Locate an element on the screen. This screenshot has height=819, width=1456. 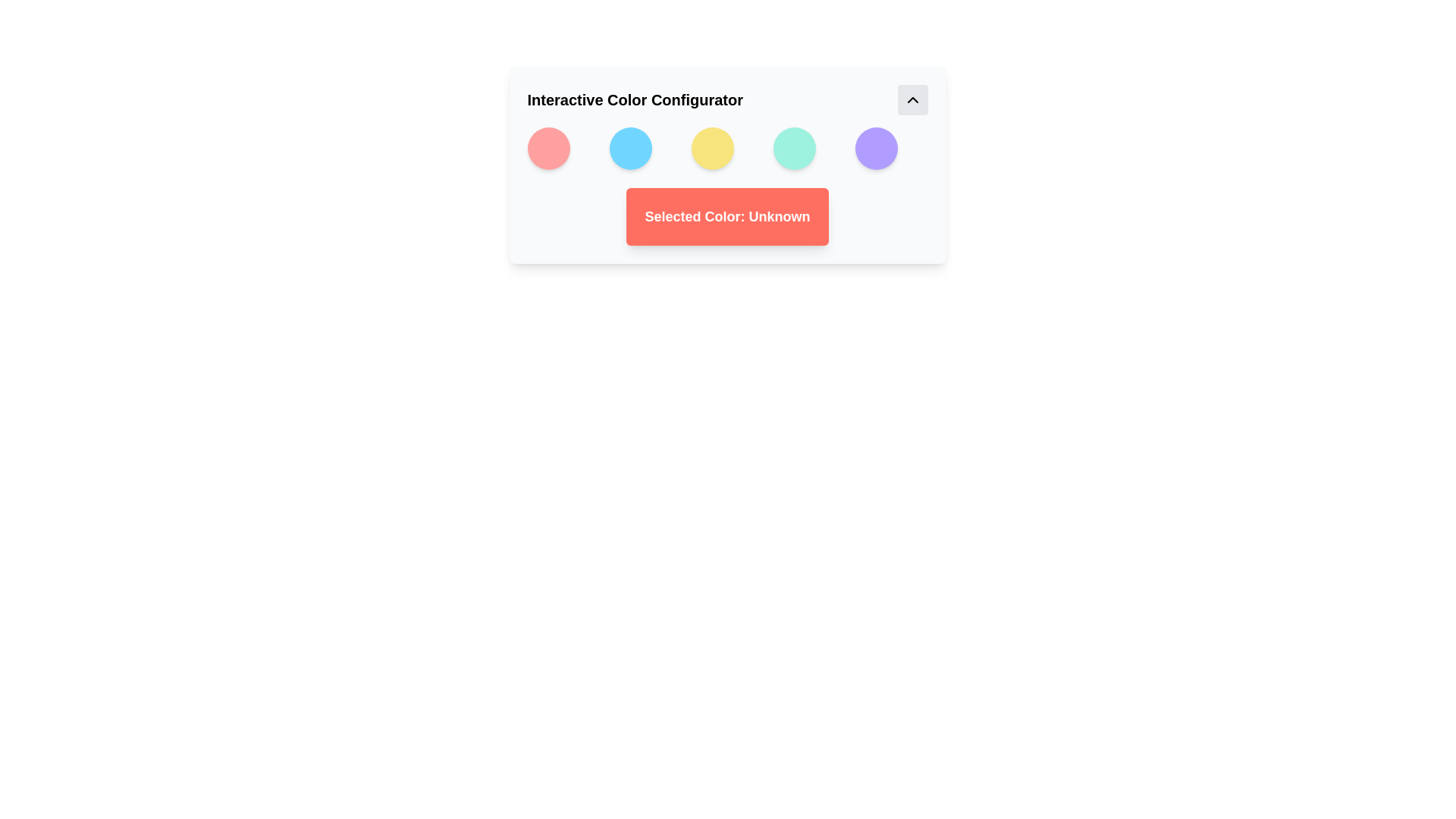
the third color option button located below the 'Interactive Color Configurator' heading is located at coordinates (726, 165).